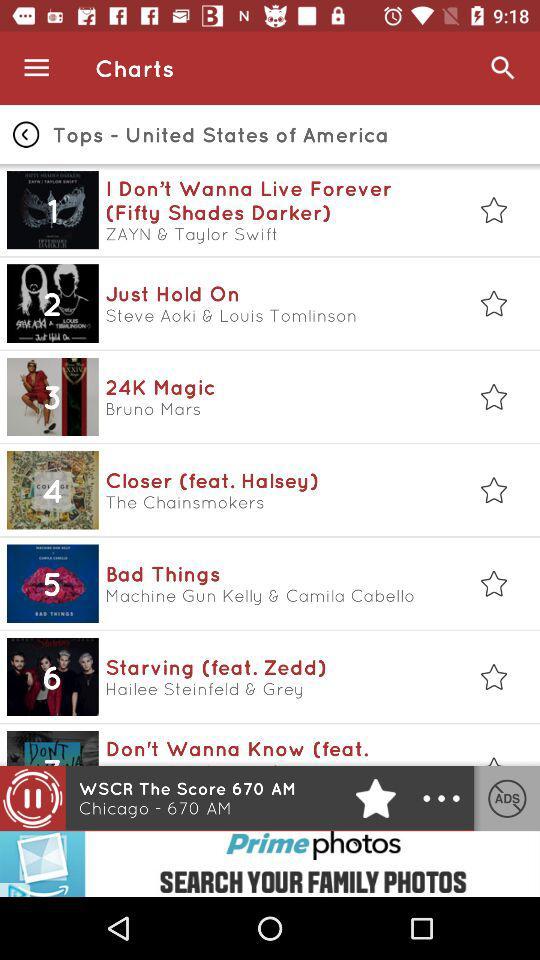 The image size is (540, 960). Describe the element at coordinates (25, 133) in the screenshot. I see `the arrow_backward icon` at that location.